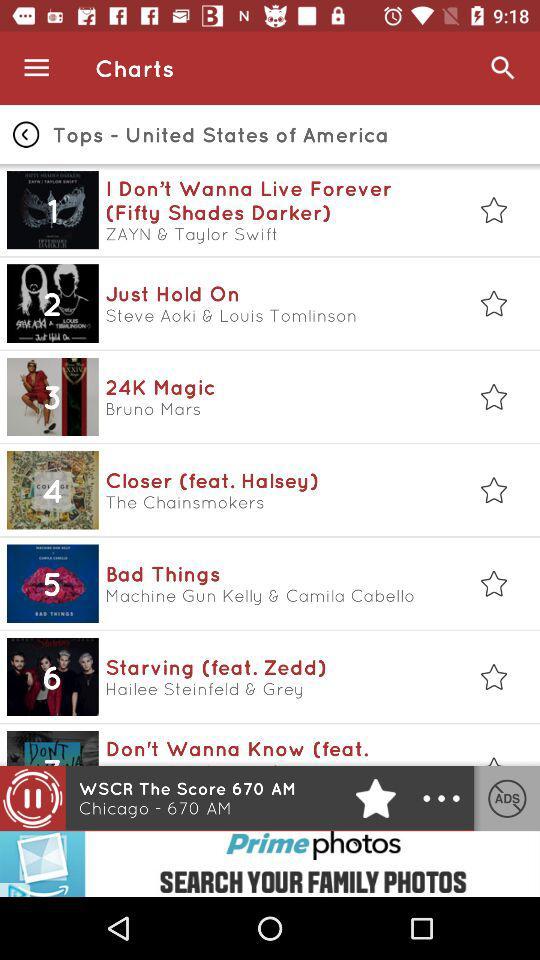 The image size is (540, 960). Describe the element at coordinates (25, 133) in the screenshot. I see `the arrow_backward icon` at that location.